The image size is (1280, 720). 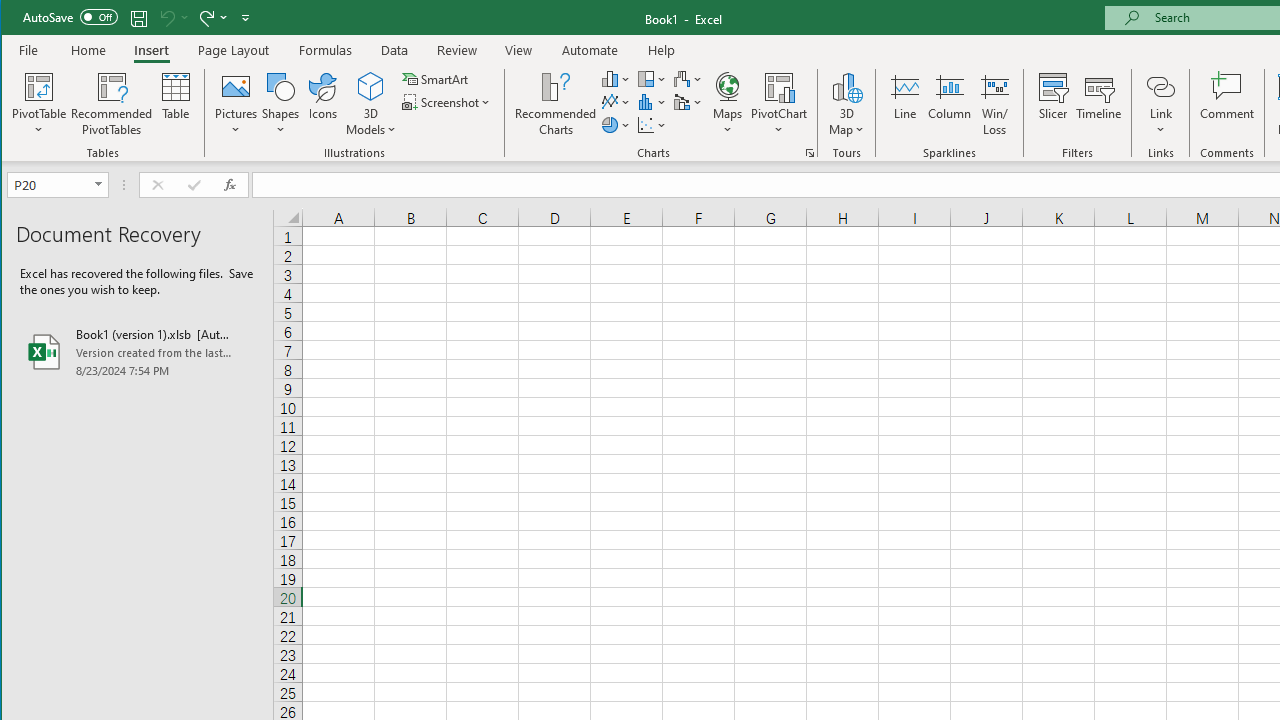 I want to click on 'Maps', so click(x=726, y=104).